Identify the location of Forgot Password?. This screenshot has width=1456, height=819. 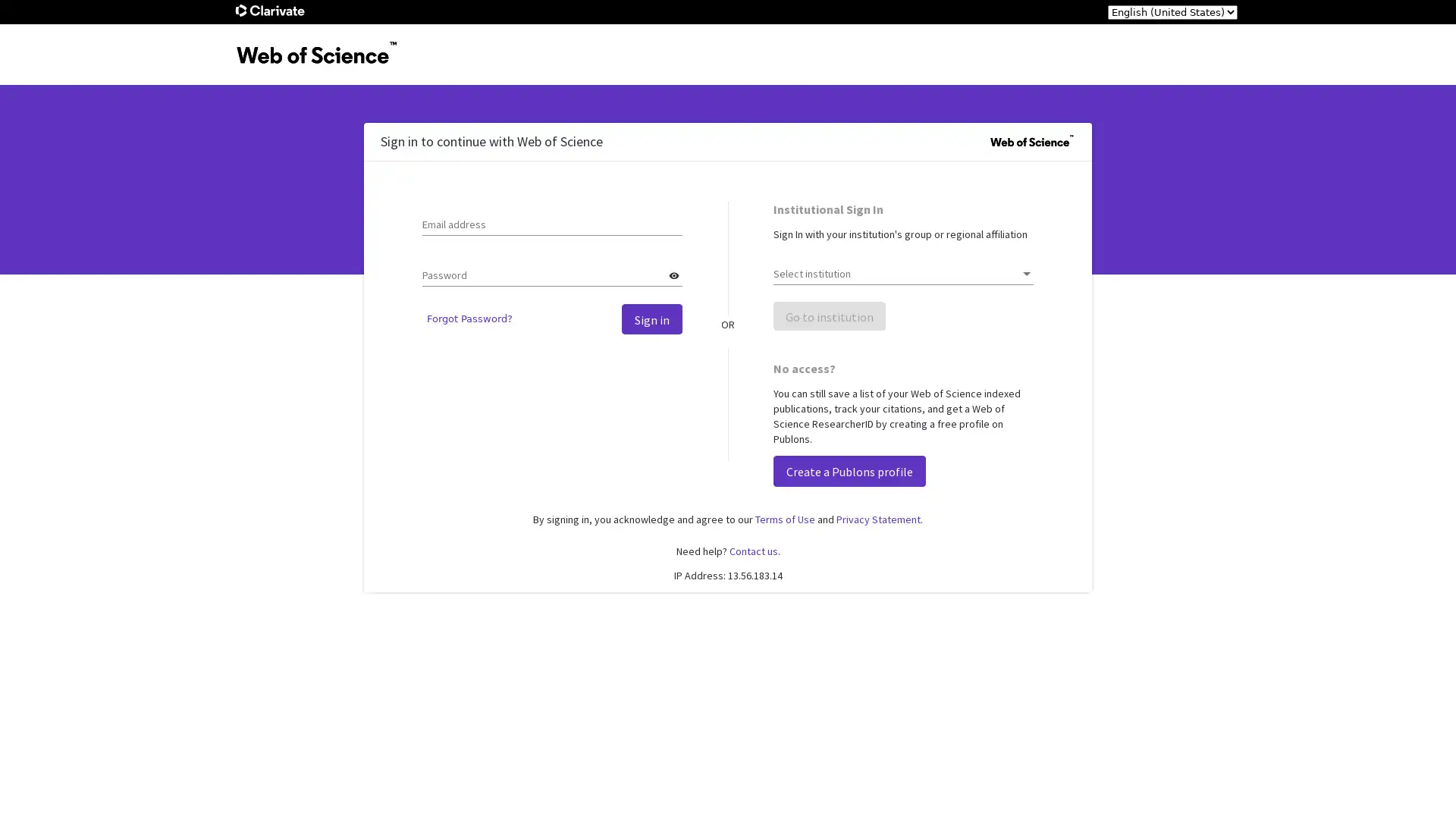
(468, 318).